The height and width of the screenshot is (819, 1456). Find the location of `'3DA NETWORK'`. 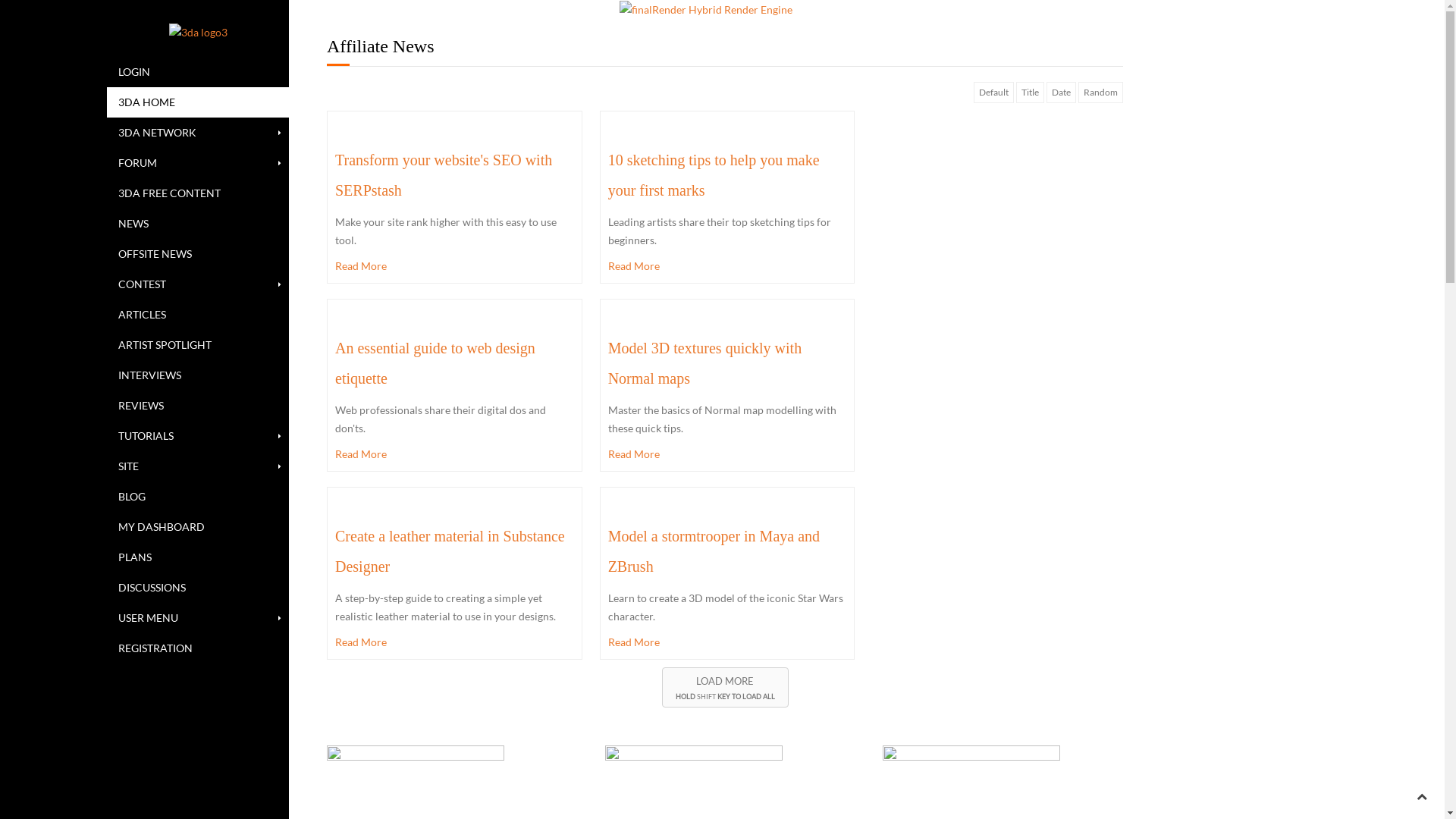

'3DA NETWORK' is located at coordinates (196, 131).